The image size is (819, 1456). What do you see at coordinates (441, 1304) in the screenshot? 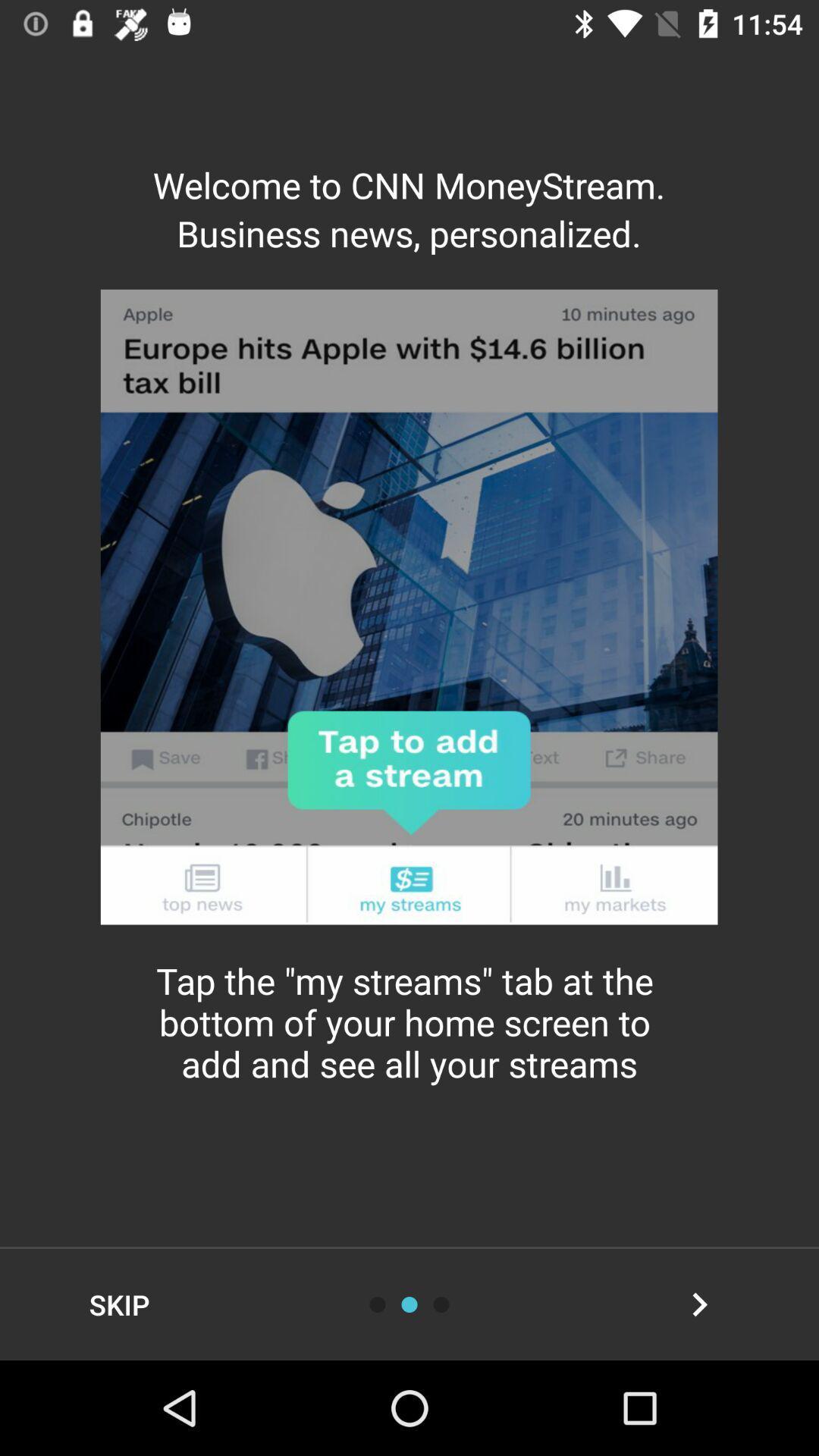
I see `advance option` at bounding box center [441, 1304].